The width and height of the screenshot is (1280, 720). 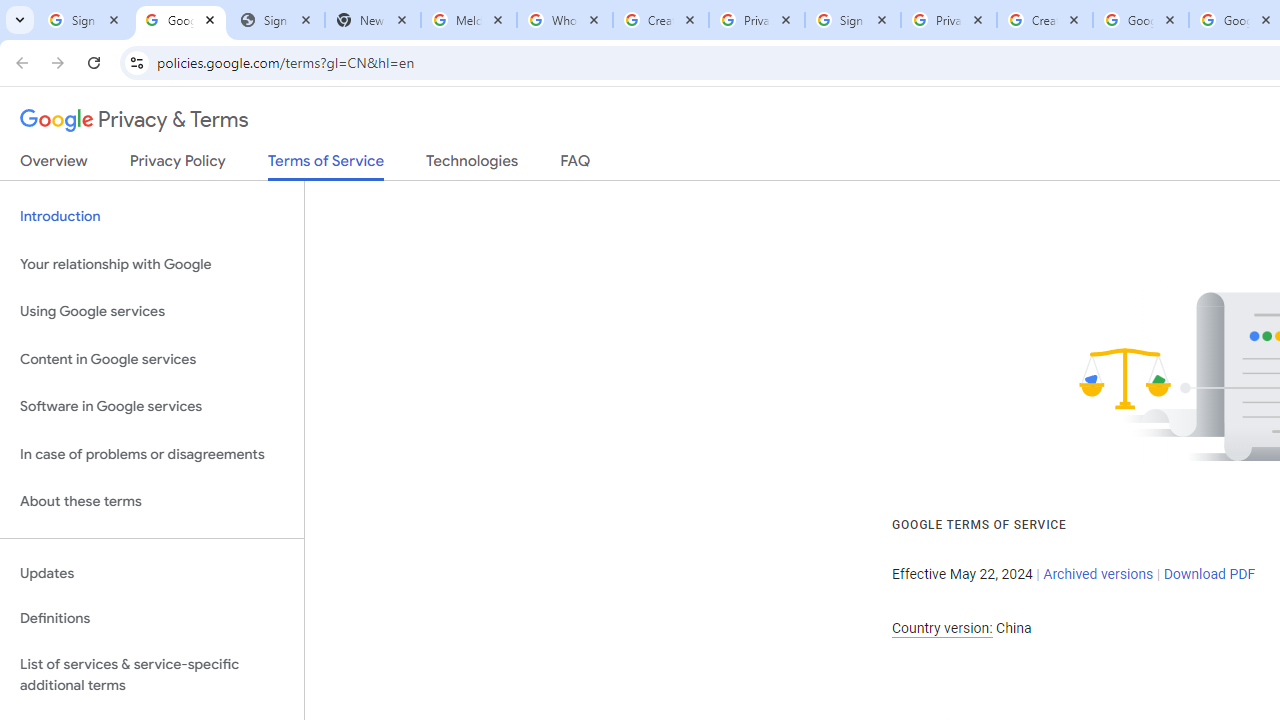 What do you see at coordinates (941, 627) in the screenshot?
I see `'Country version:'` at bounding box center [941, 627].